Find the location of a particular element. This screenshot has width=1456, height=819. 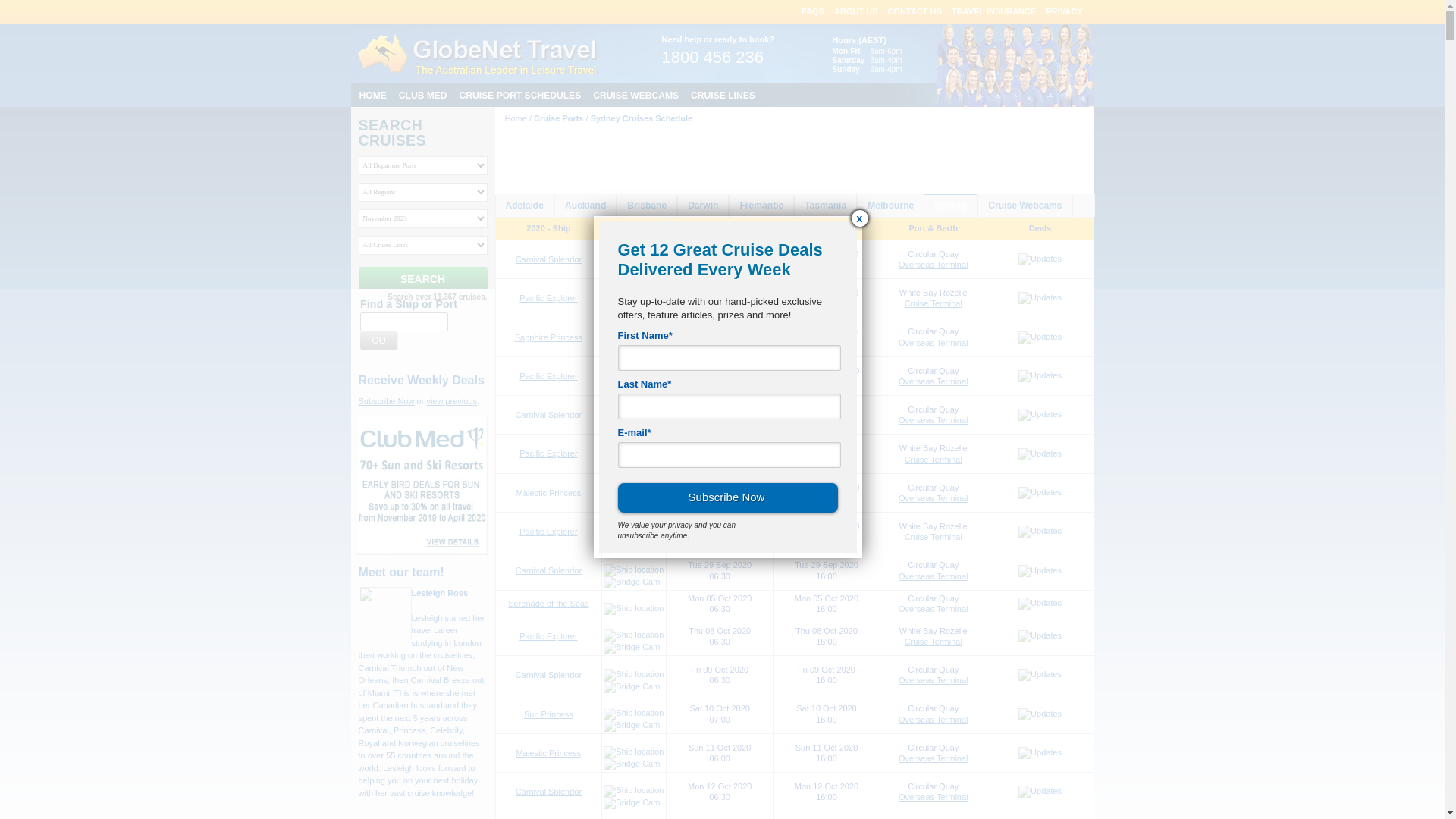

'Updates' is located at coordinates (1018, 674).